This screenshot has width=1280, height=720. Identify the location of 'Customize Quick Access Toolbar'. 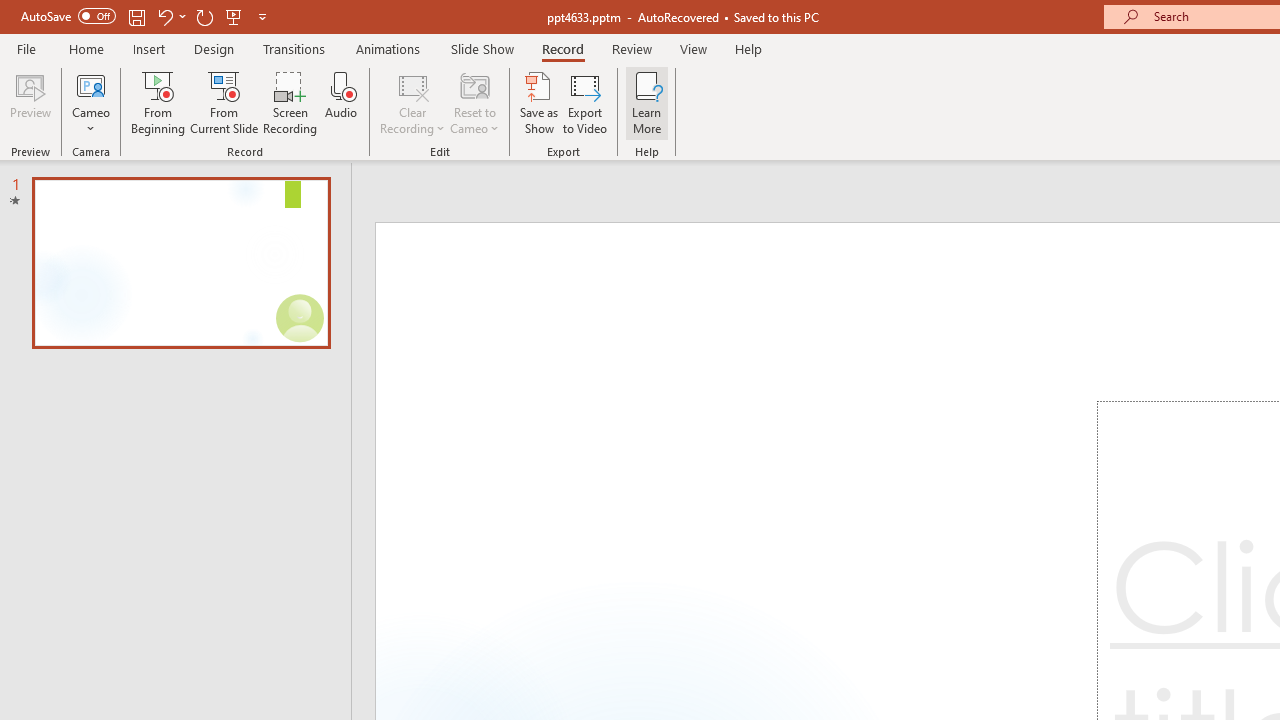
(262, 16).